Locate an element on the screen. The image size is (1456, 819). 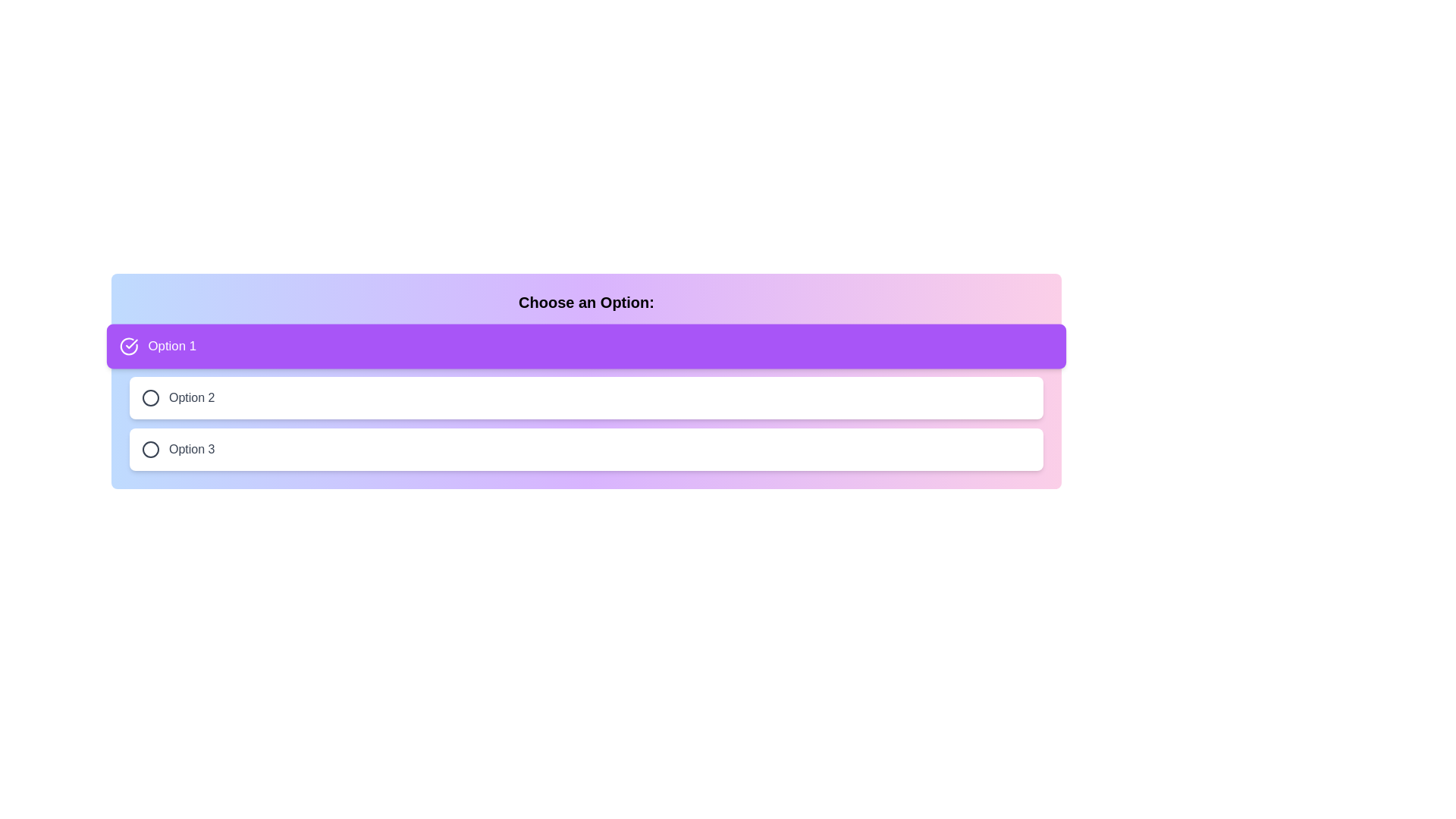
the static text label, which is the second option in a vertically stacked selection list, located to the right of the radio button icon is located at coordinates (191, 397).